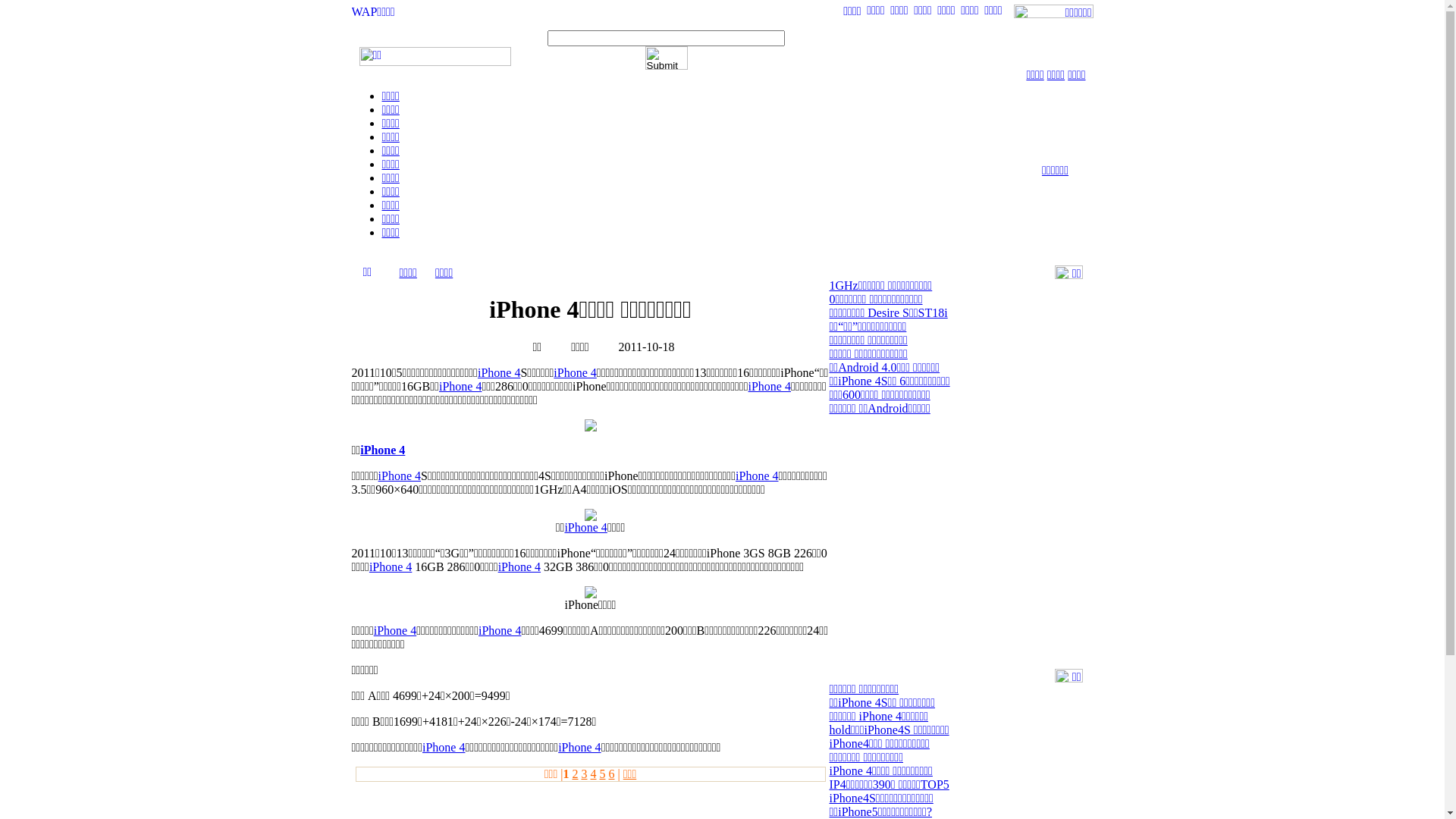 The width and height of the screenshot is (1456, 819). What do you see at coordinates (570, 773) in the screenshot?
I see `'2'` at bounding box center [570, 773].